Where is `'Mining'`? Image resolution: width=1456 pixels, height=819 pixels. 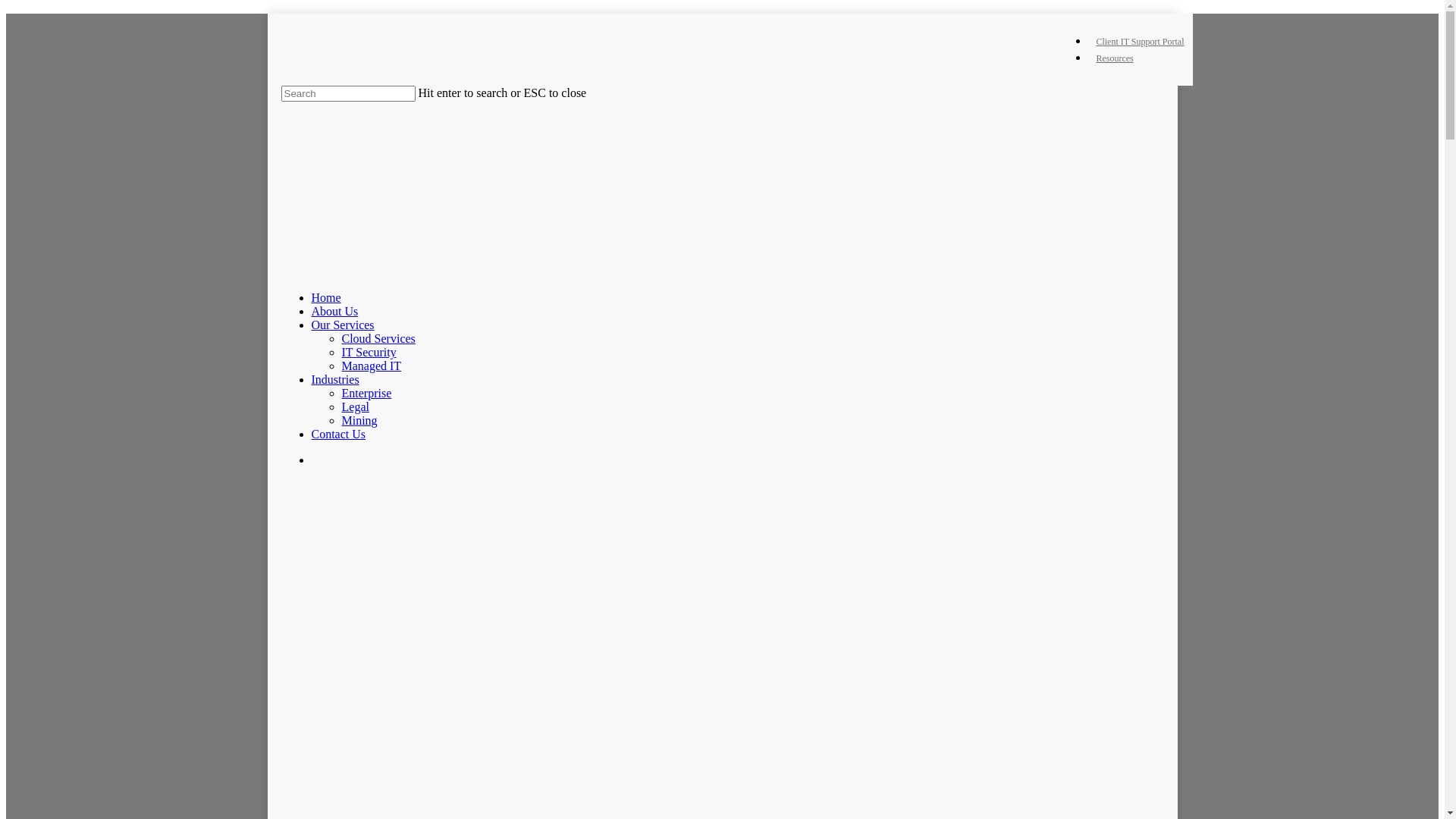
'Mining' is located at coordinates (358, 420).